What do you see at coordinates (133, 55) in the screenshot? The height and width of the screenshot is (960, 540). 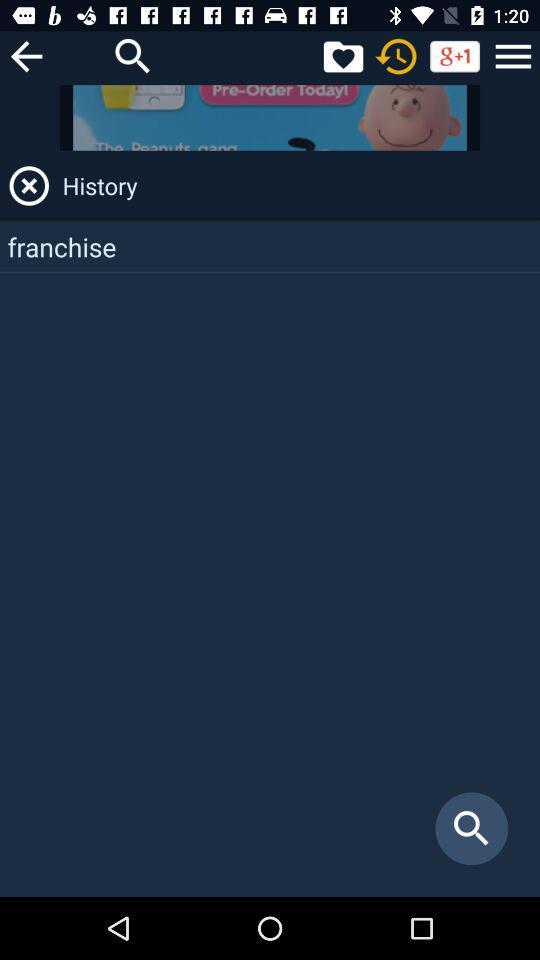 I see `search field` at bounding box center [133, 55].